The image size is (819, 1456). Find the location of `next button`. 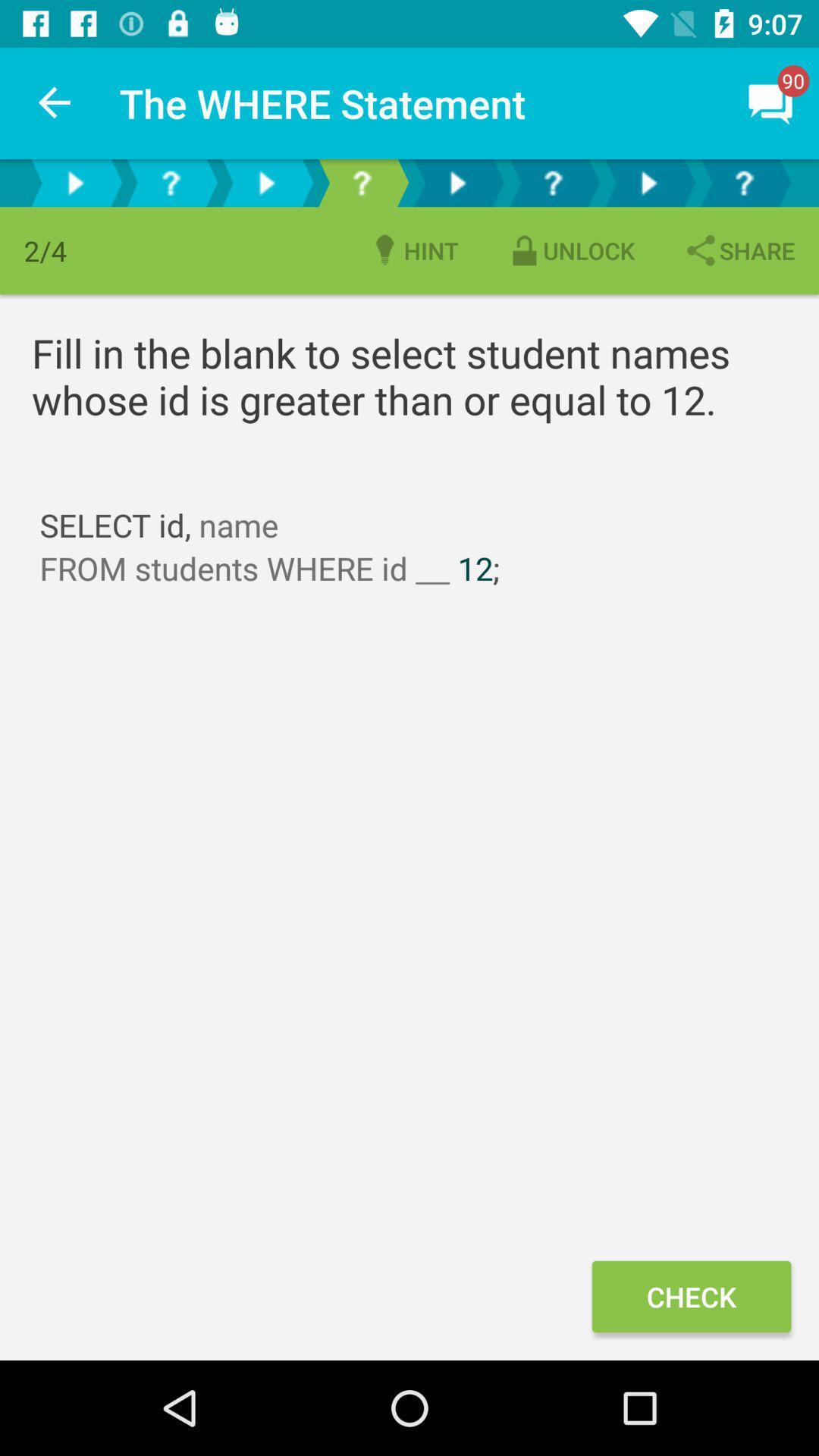

next button is located at coordinates (265, 182).